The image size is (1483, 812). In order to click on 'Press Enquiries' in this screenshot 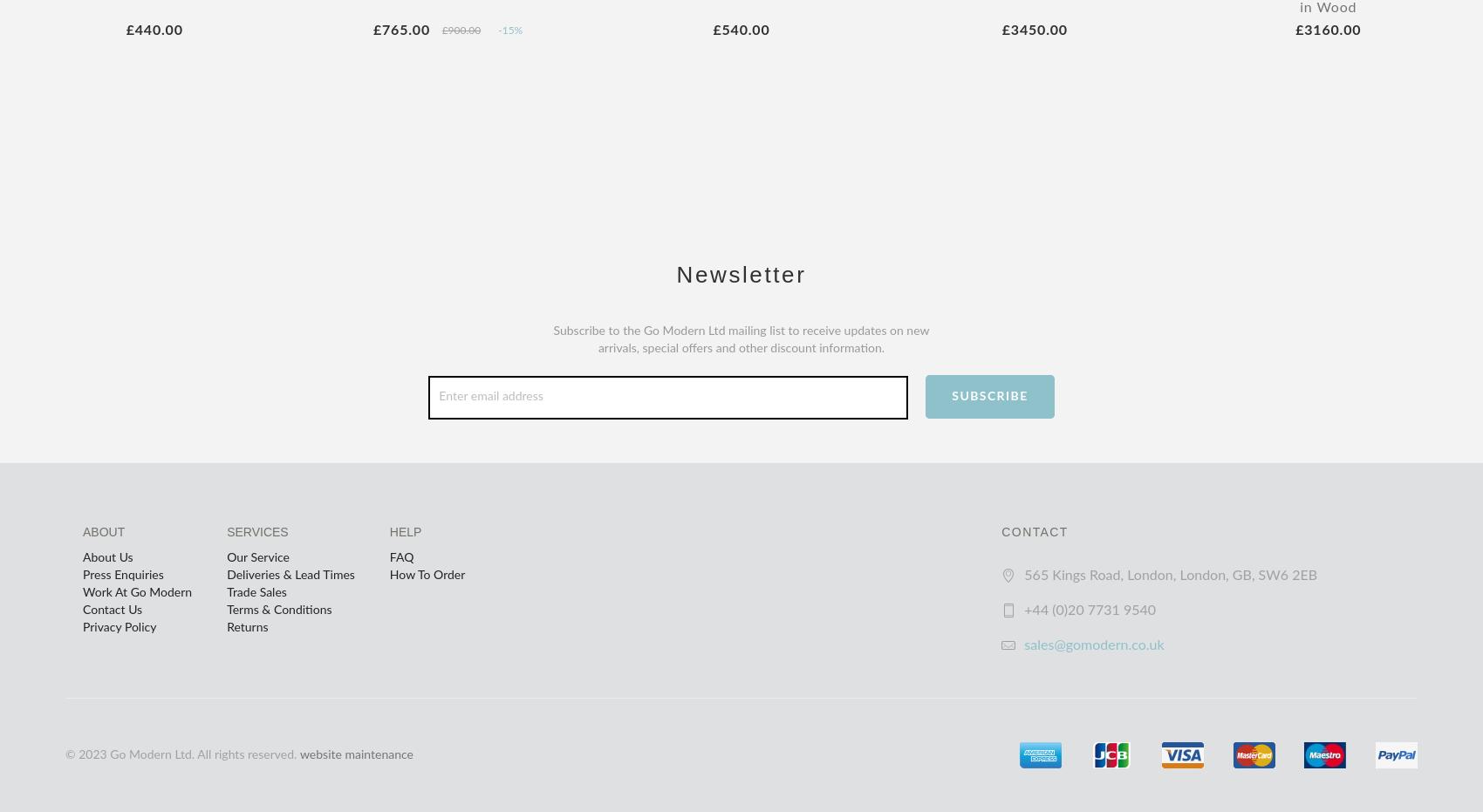, I will do `click(121, 574)`.